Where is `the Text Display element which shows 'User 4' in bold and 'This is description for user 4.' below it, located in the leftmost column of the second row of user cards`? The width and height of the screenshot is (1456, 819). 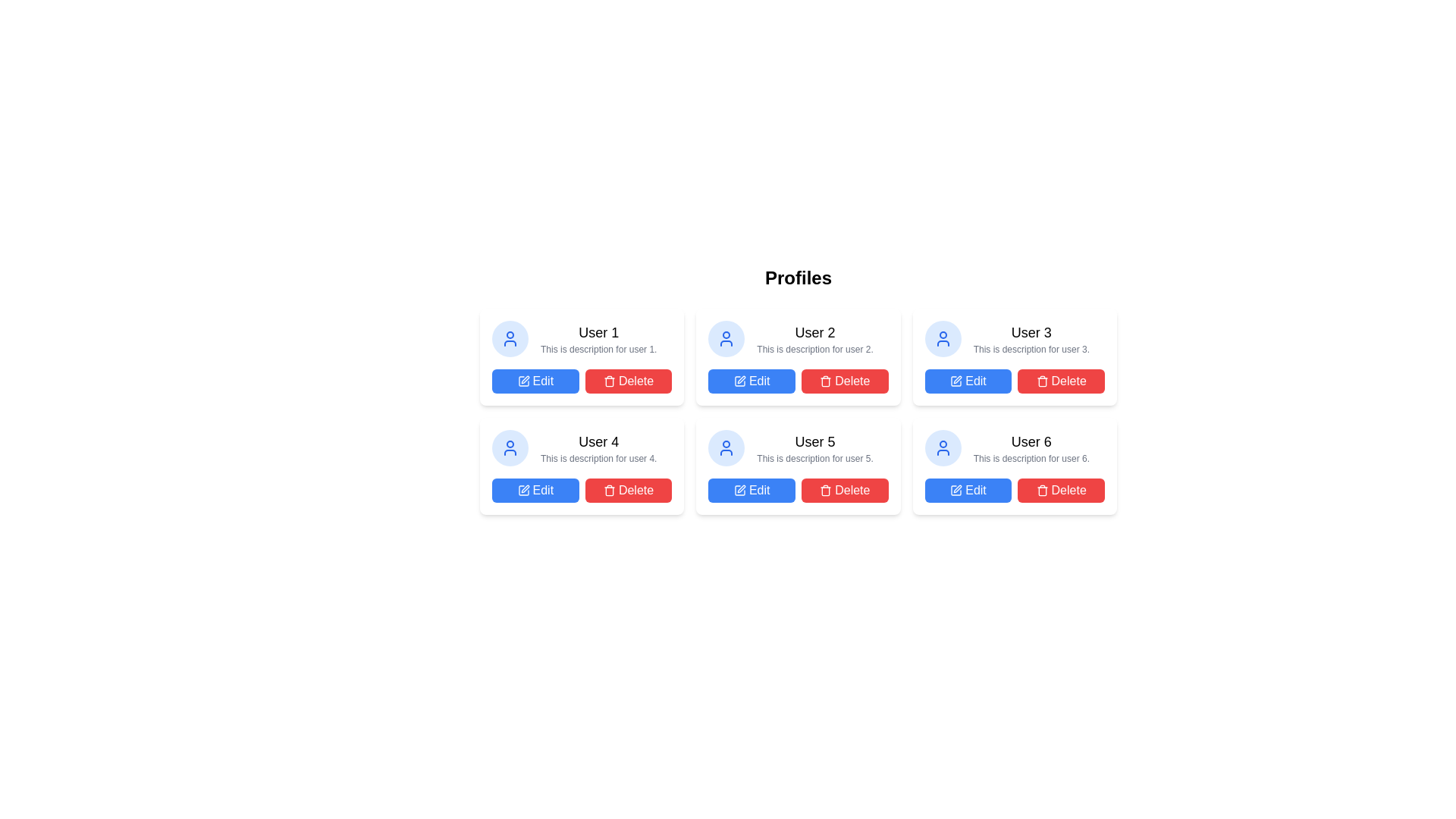
the Text Display element which shows 'User 4' in bold and 'This is description for user 4.' below it, located in the leftmost column of the second row of user cards is located at coordinates (598, 447).